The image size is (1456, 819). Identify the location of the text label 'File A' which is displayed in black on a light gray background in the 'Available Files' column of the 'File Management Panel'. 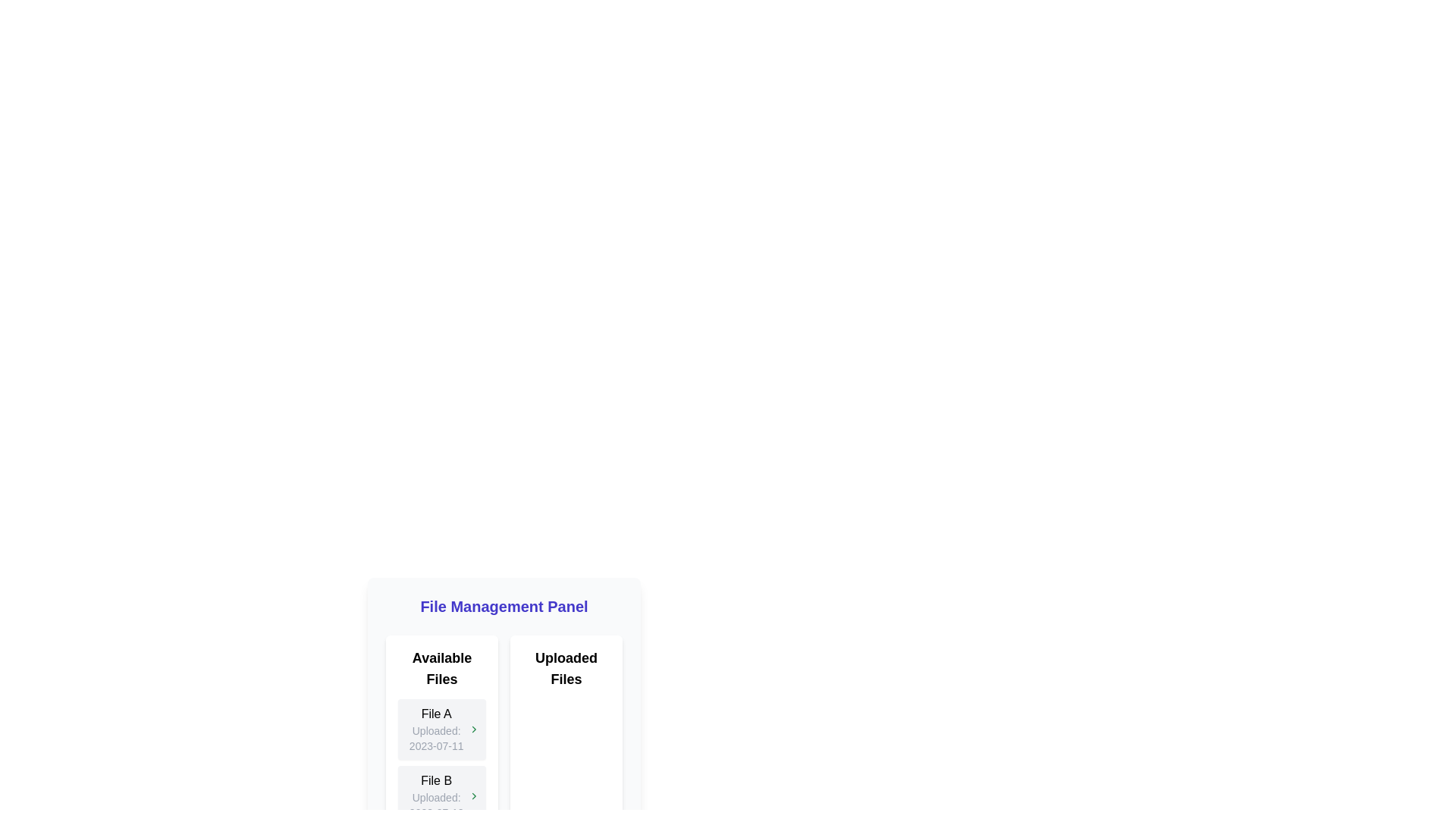
(435, 714).